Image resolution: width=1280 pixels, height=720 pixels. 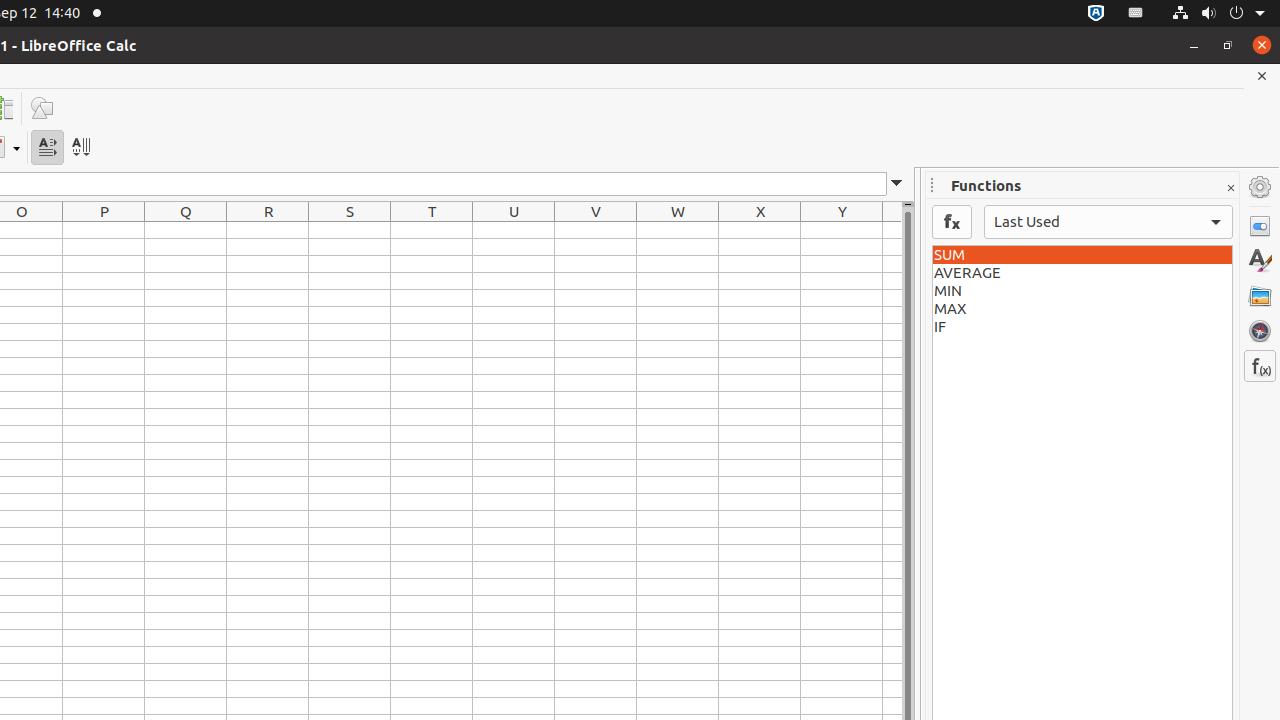 What do you see at coordinates (1094, 13) in the screenshot?
I see `':1.72/StatusNotifierItem'` at bounding box center [1094, 13].